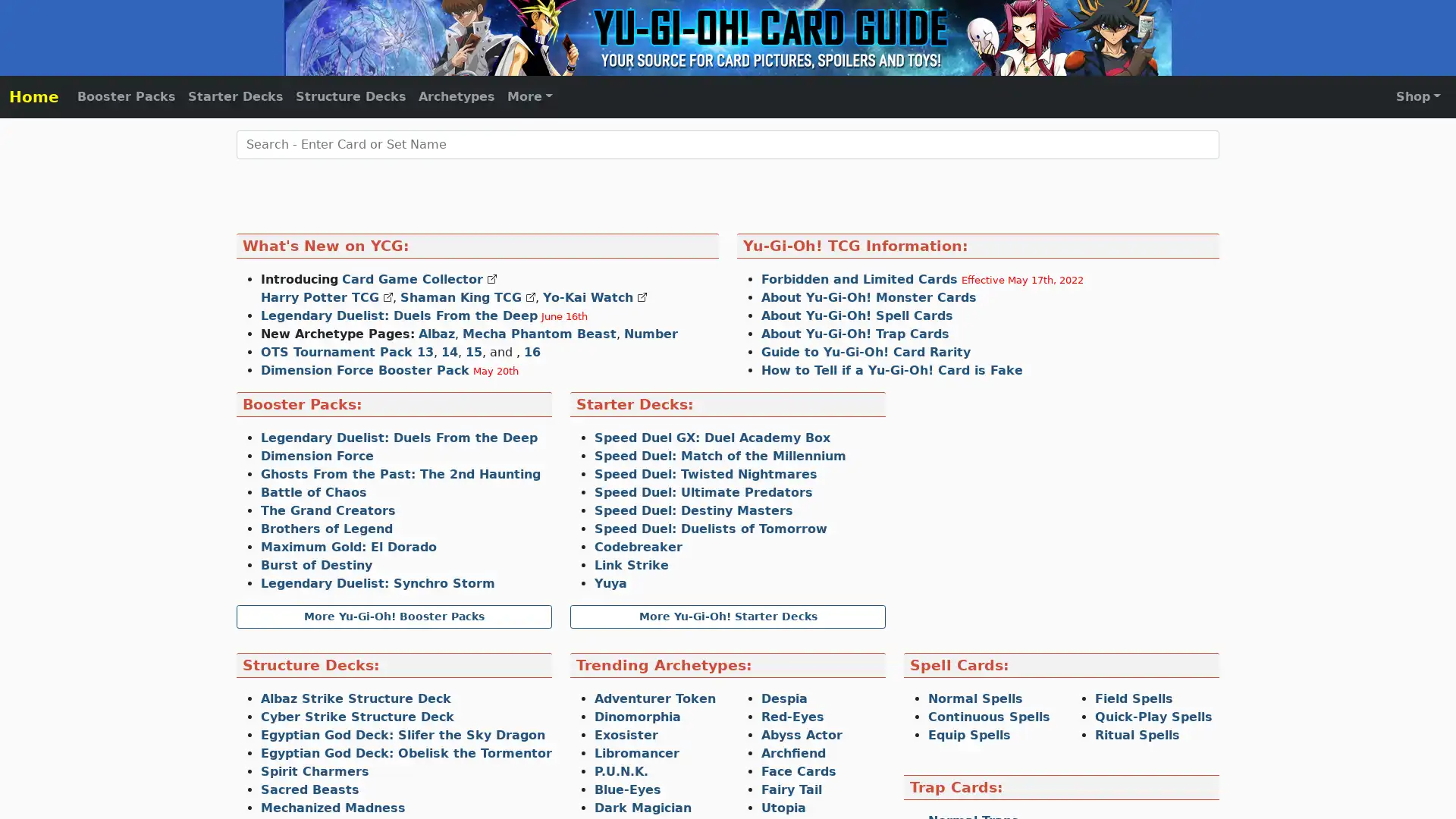 Image resolution: width=1456 pixels, height=819 pixels. Describe the element at coordinates (529, 96) in the screenshot. I see `More` at that location.